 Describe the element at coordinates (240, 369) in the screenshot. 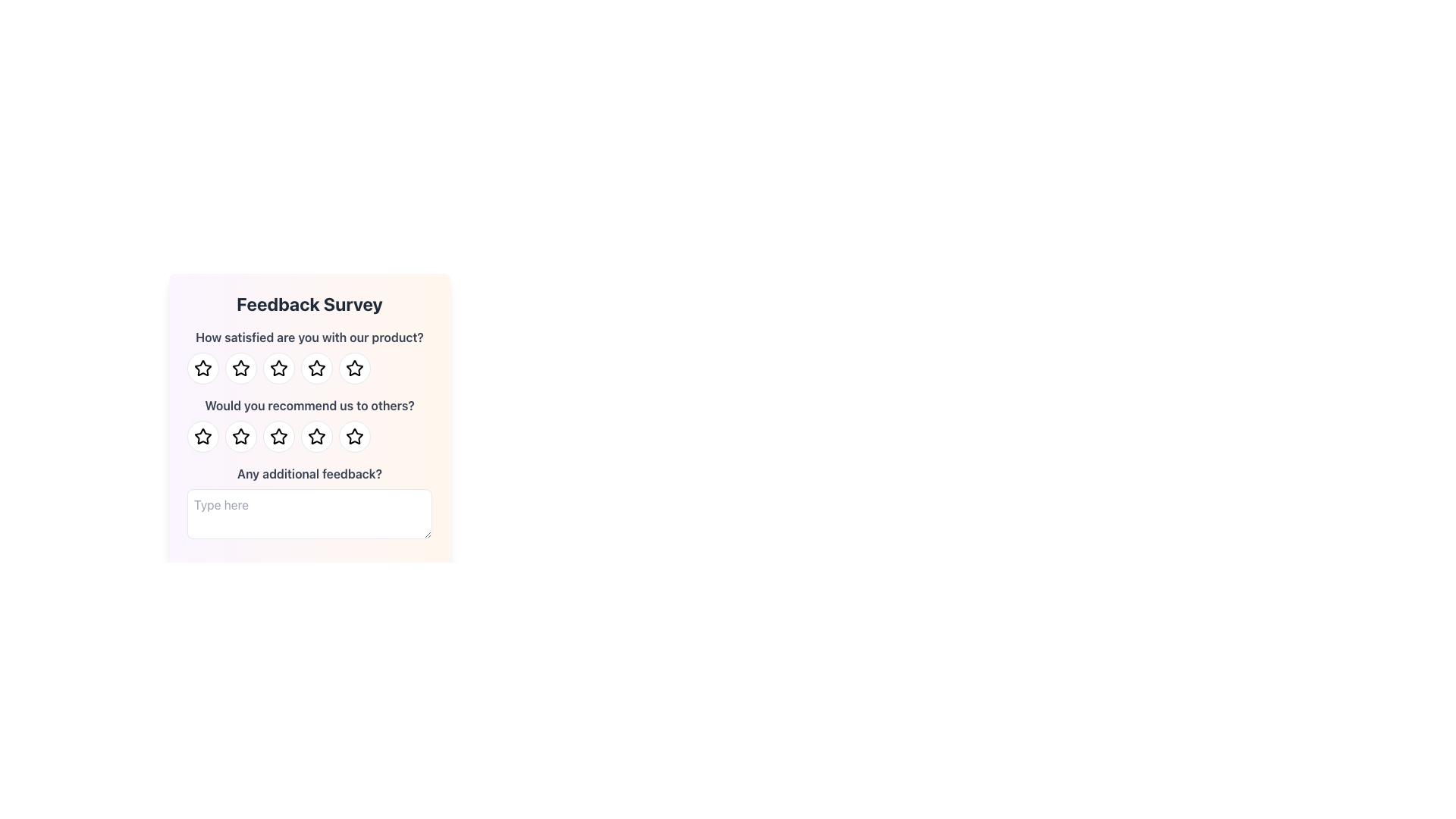

I see `the circular button with a black outlined star icon` at that location.